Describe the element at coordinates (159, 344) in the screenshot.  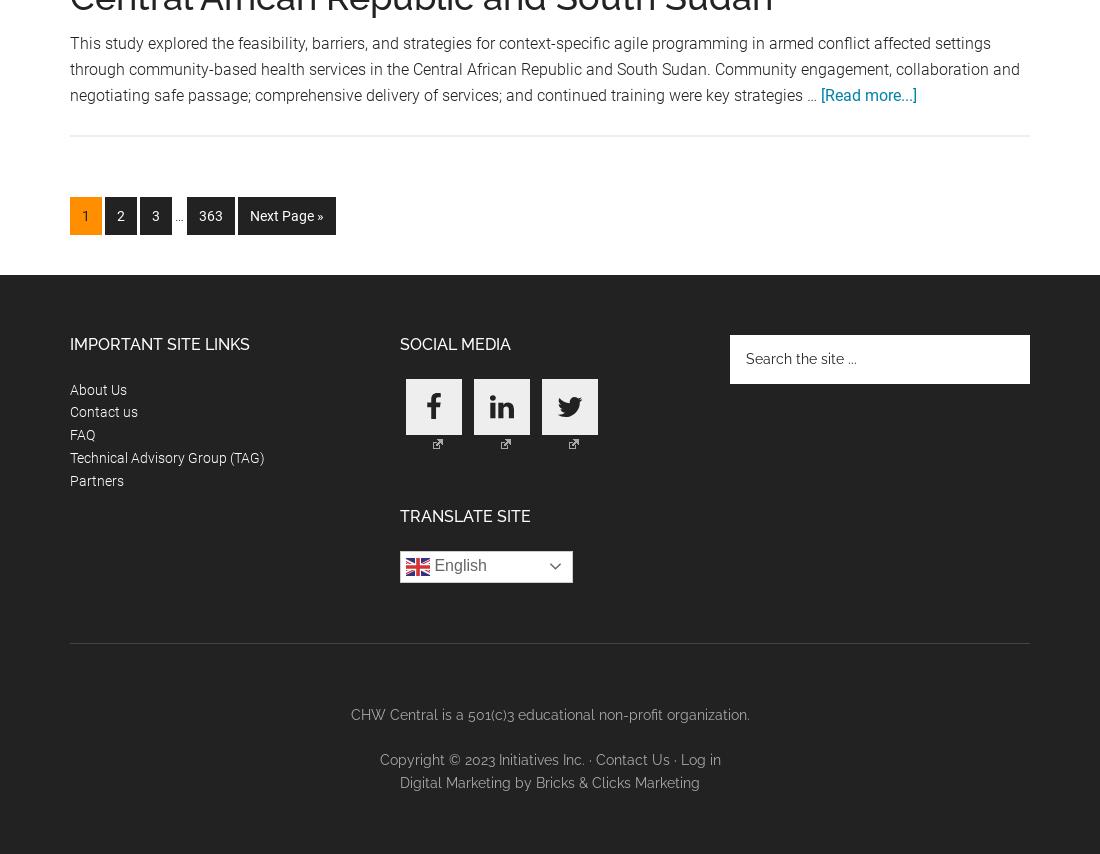
I see `'Important Site Links'` at that location.